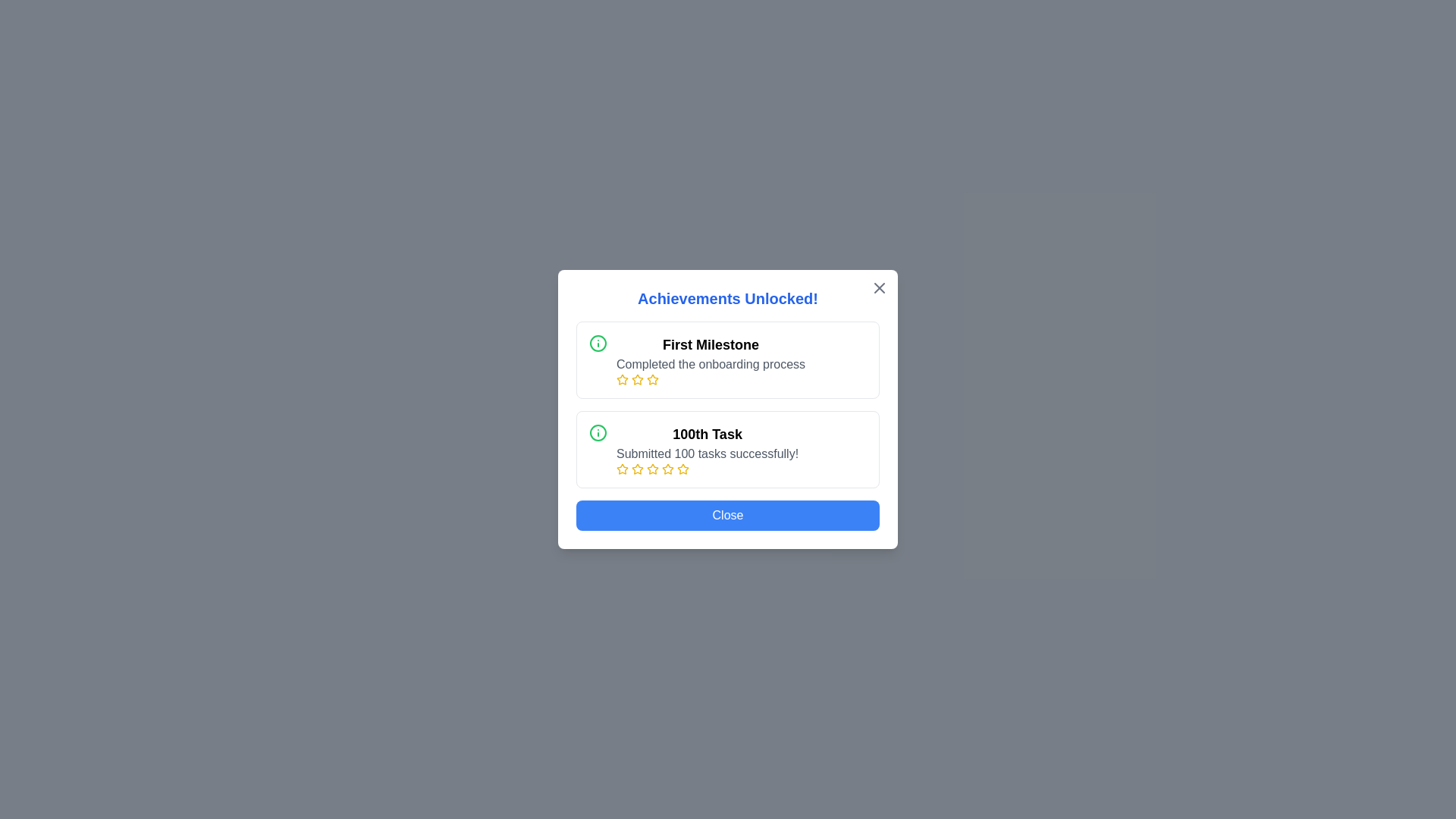 Image resolution: width=1456 pixels, height=819 pixels. I want to click on the second star-shaped graphic icon filled in yellow, located below the text 'First Milestone' in the modal dialog box, so click(637, 378).